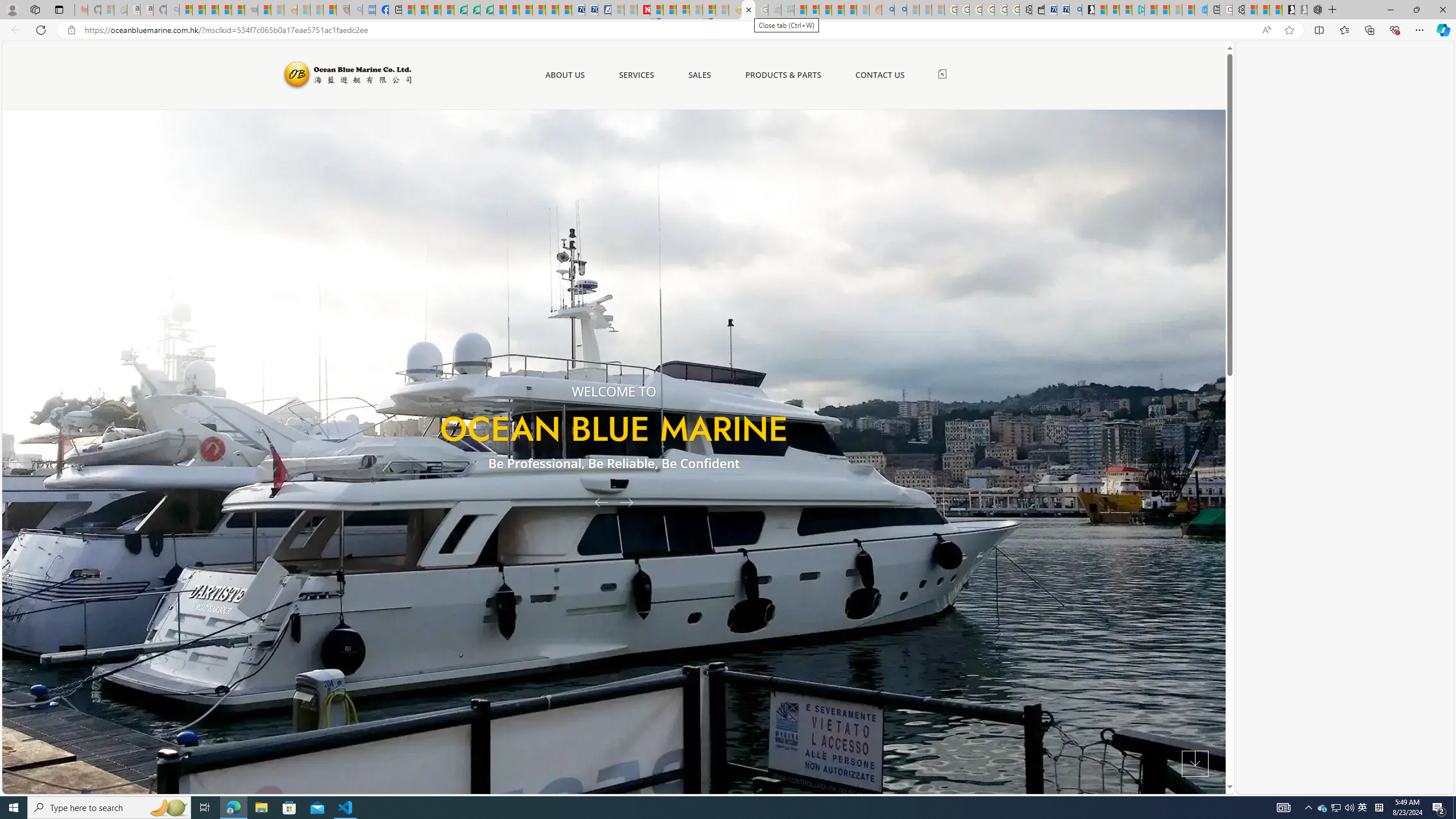 The width and height of the screenshot is (1456, 819). Describe the element at coordinates (345, 74) in the screenshot. I see `'Ocean Blue Marine'` at that location.